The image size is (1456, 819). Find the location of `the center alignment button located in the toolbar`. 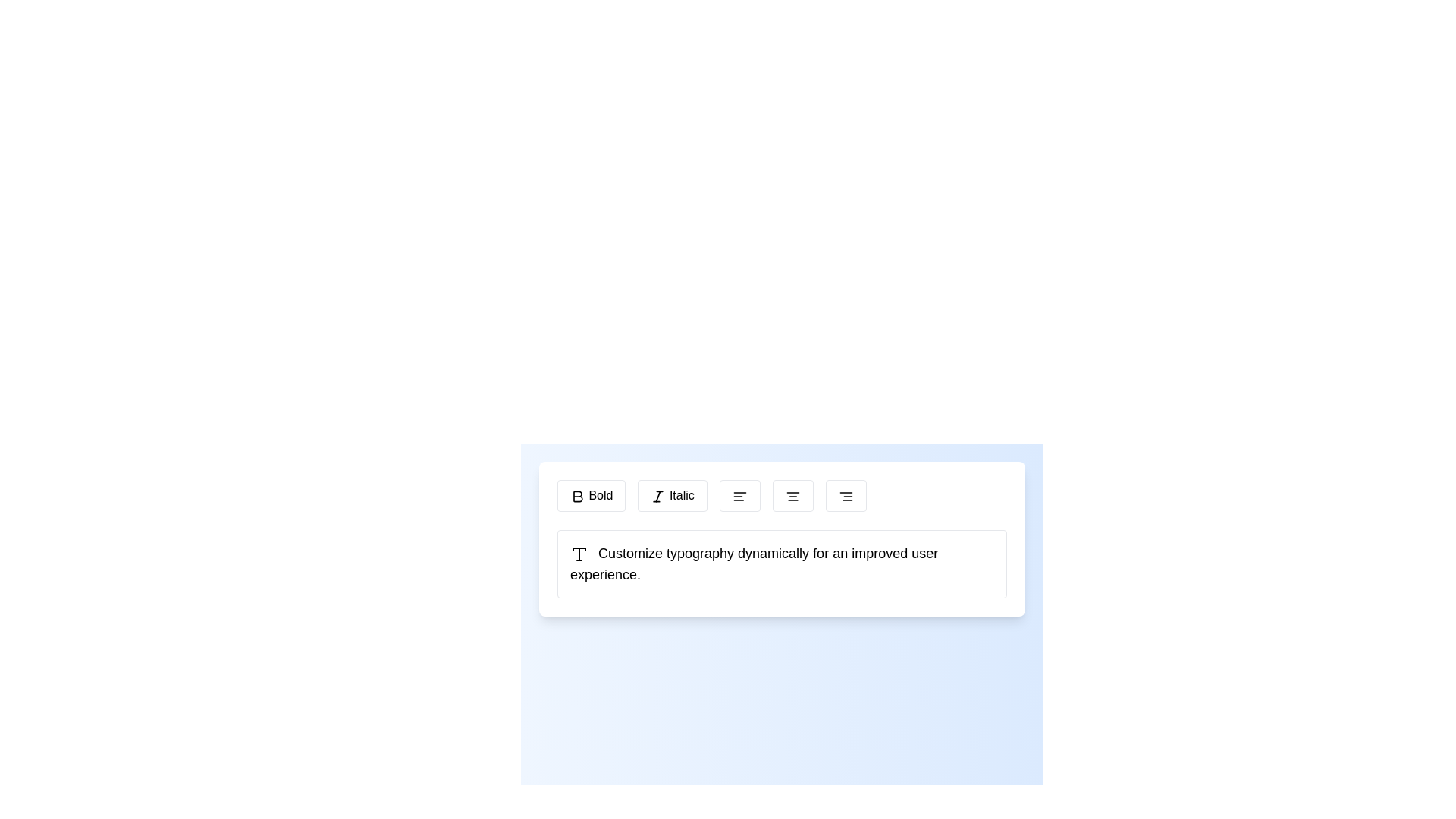

the center alignment button located in the toolbar is located at coordinates (792, 496).